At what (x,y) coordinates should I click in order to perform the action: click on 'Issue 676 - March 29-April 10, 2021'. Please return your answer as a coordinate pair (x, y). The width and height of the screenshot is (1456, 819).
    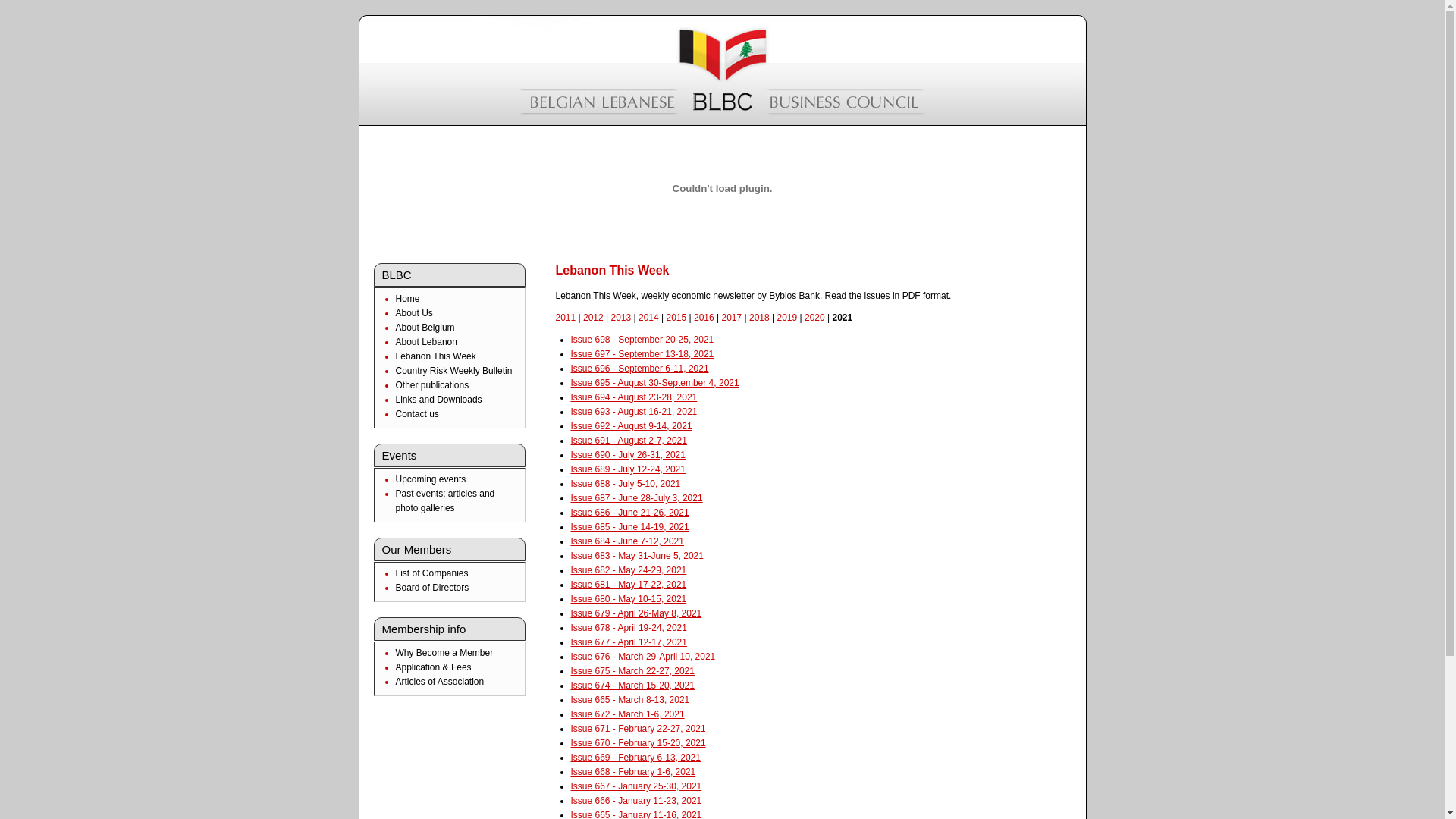
    Looking at the image, I should click on (570, 656).